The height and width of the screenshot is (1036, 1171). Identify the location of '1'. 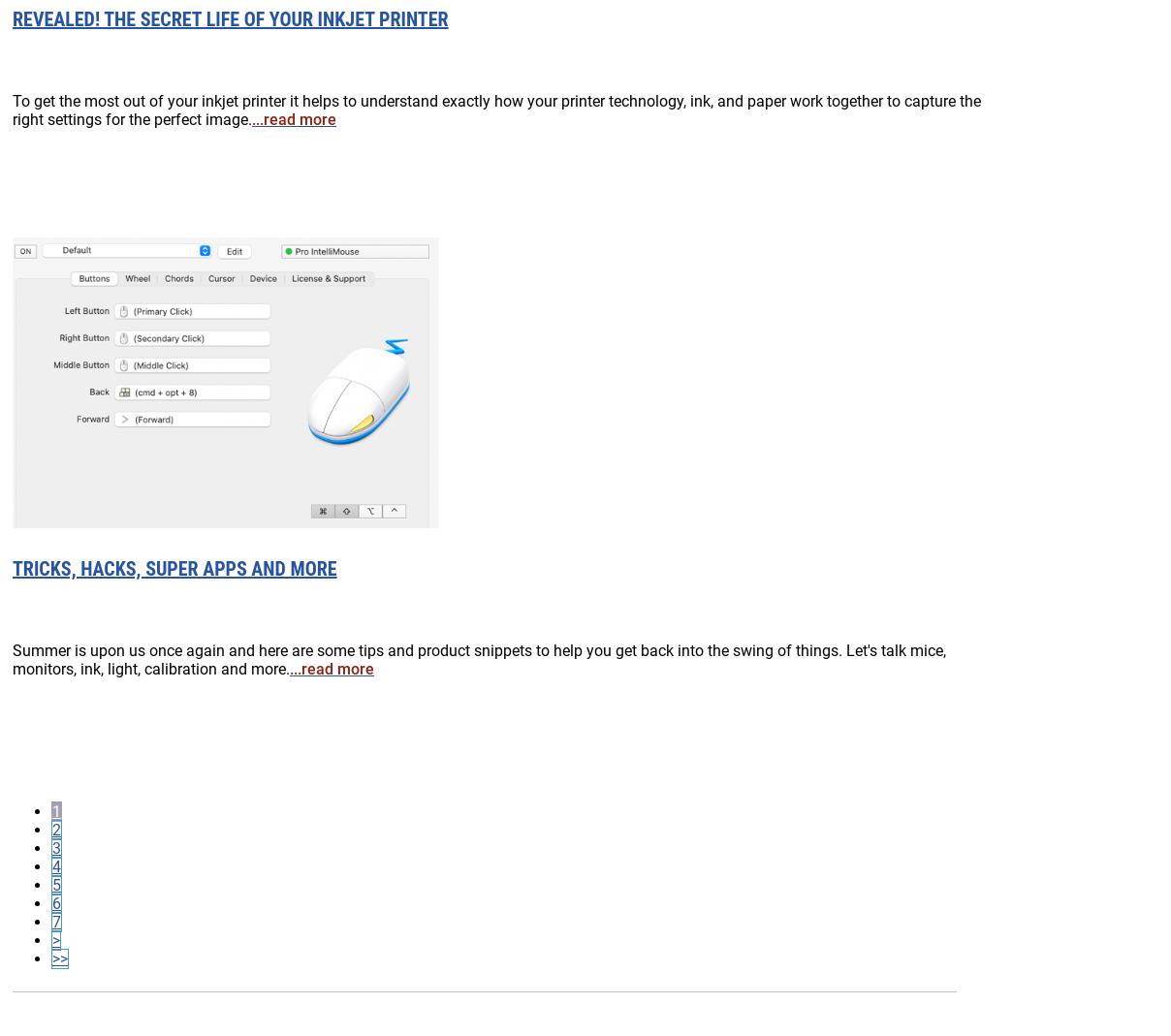
(55, 810).